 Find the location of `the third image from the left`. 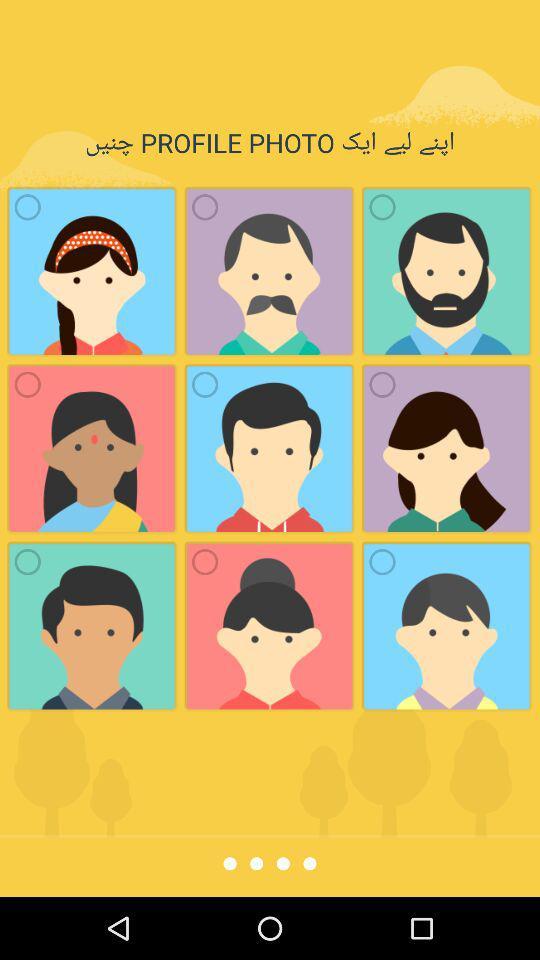

the third image from the left is located at coordinates (447, 270).